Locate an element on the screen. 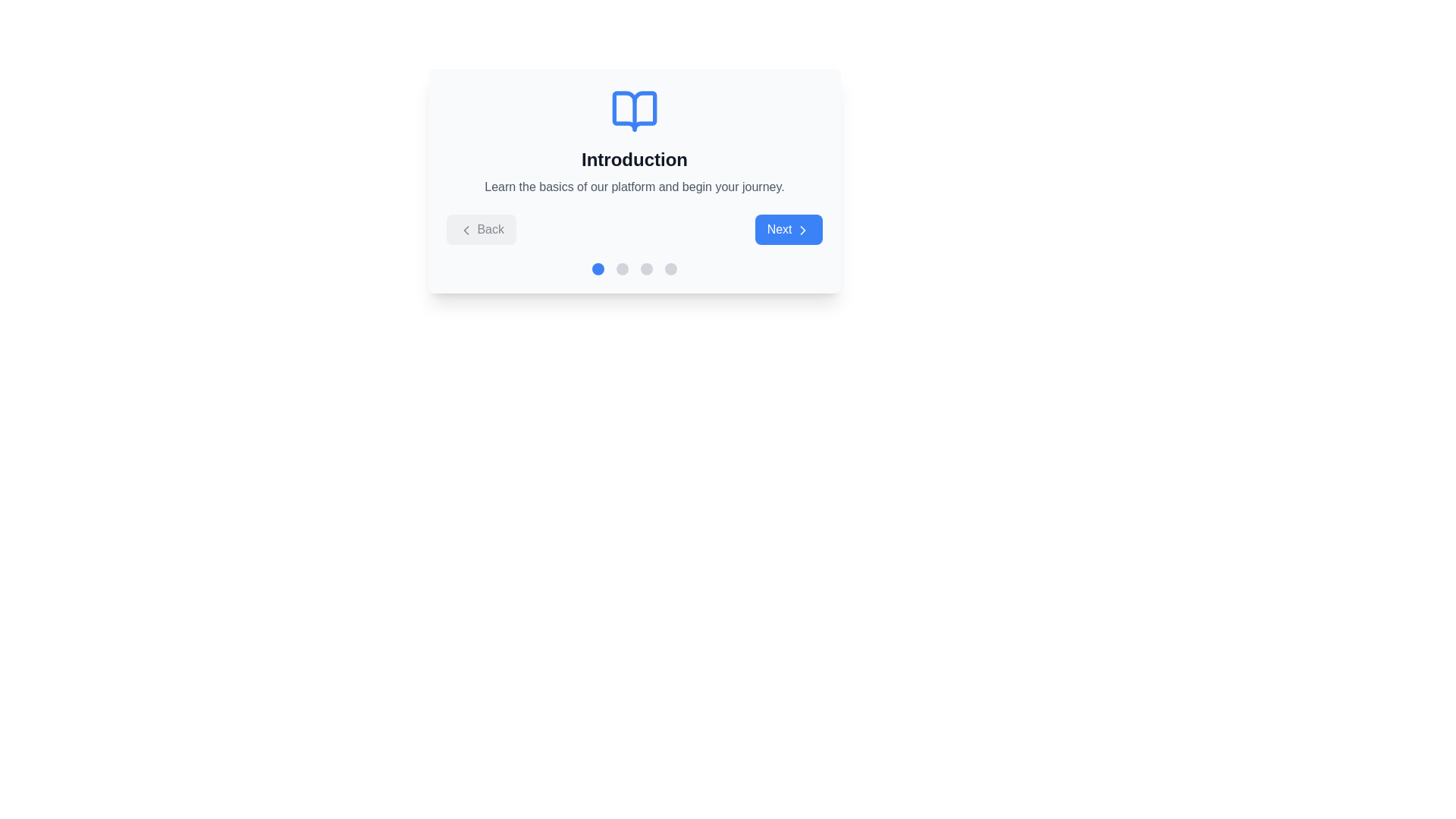 The width and height of the screenshot is (1456, 819). the 'Back' button, which has a light gray background, rounded corners, and a left-facing arrow icon is located at coordinates (480, 230).